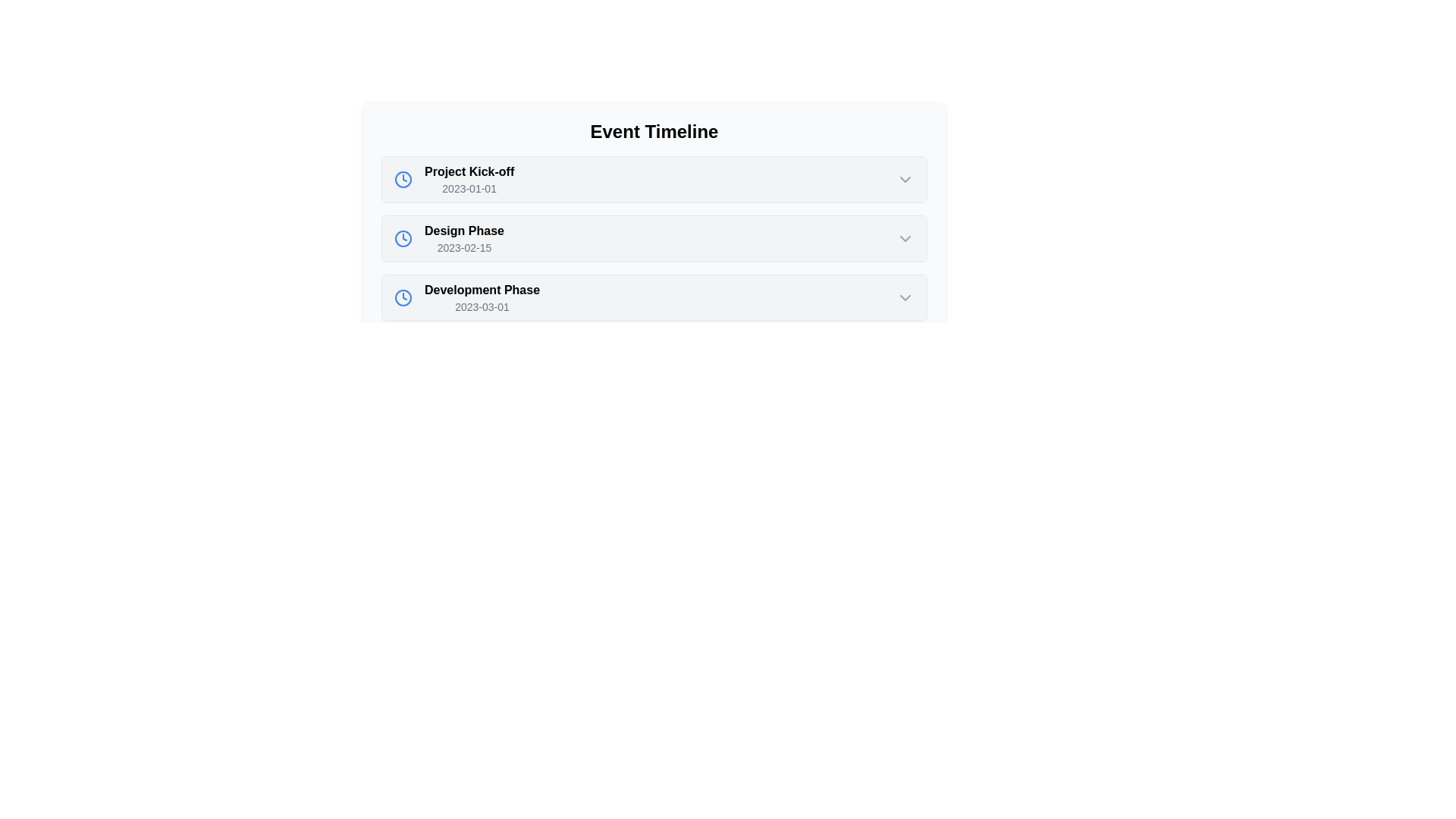 The height and width of the screenshot is (819, 1456). Describe the element at coordinates (448, 239) in the screenshot. I see `the timeline entry for the 'Design Phase' event` at that location.